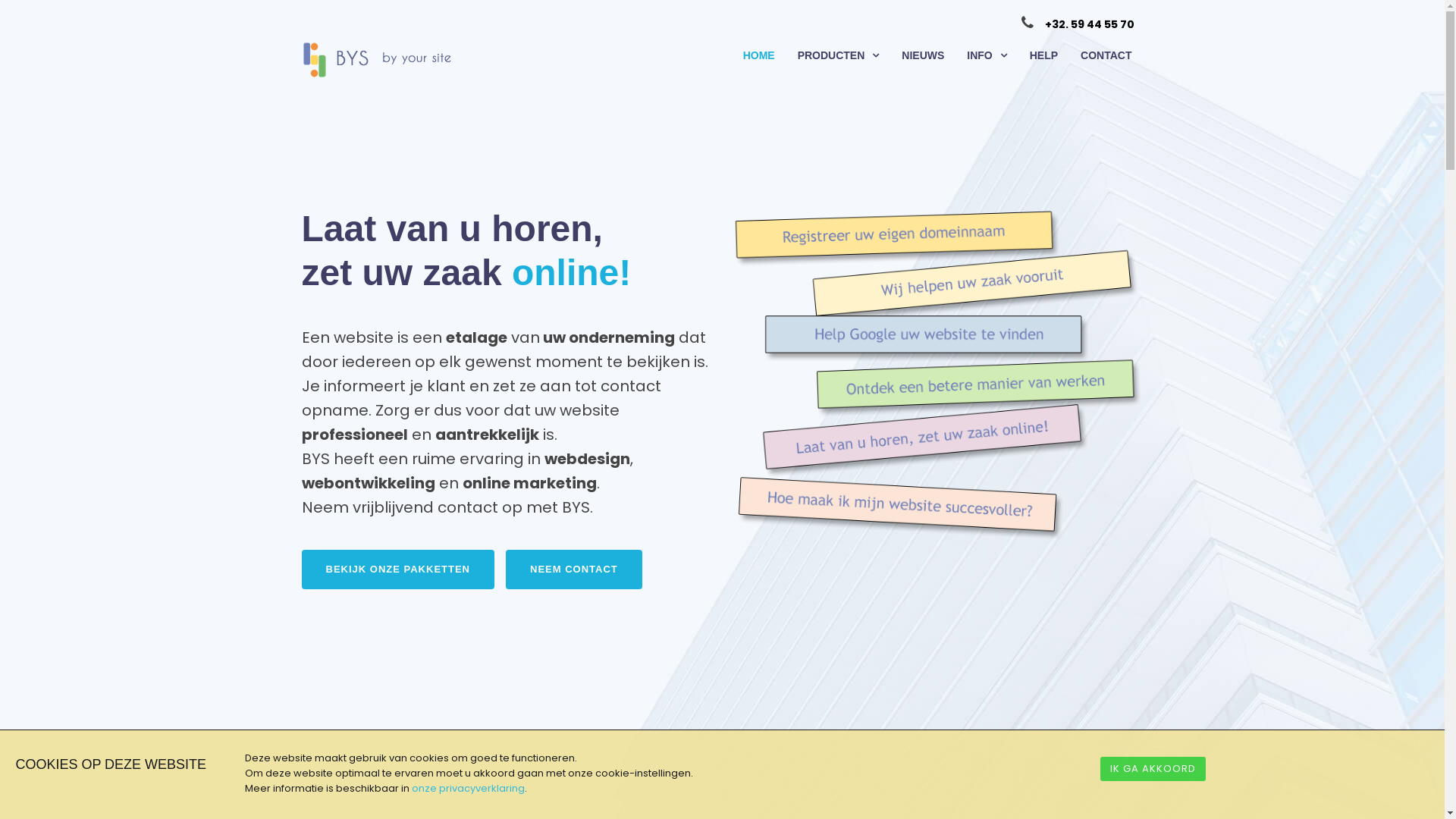 This screenshot has width=1456, height=819. What do you see at coordinates (573, 570) in the screenshot?
I see `'NEEM CONTACT'` at bounding box center [573, 570].